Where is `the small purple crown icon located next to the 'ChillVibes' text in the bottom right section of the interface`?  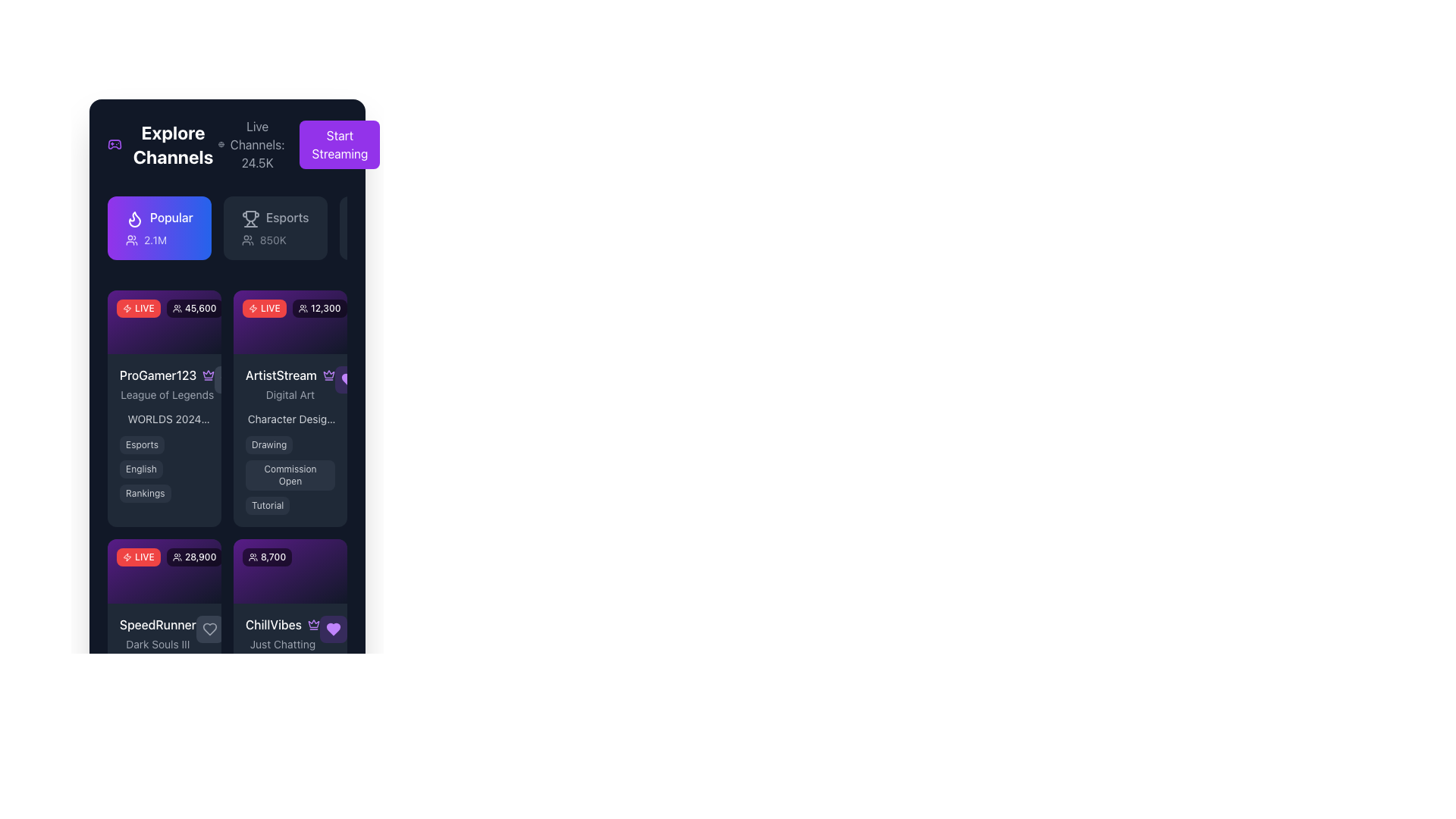
the small purple crown icon located next to the 'ChillVibes' text in the bottom right section of the interface is located at coordinates (312, 624).